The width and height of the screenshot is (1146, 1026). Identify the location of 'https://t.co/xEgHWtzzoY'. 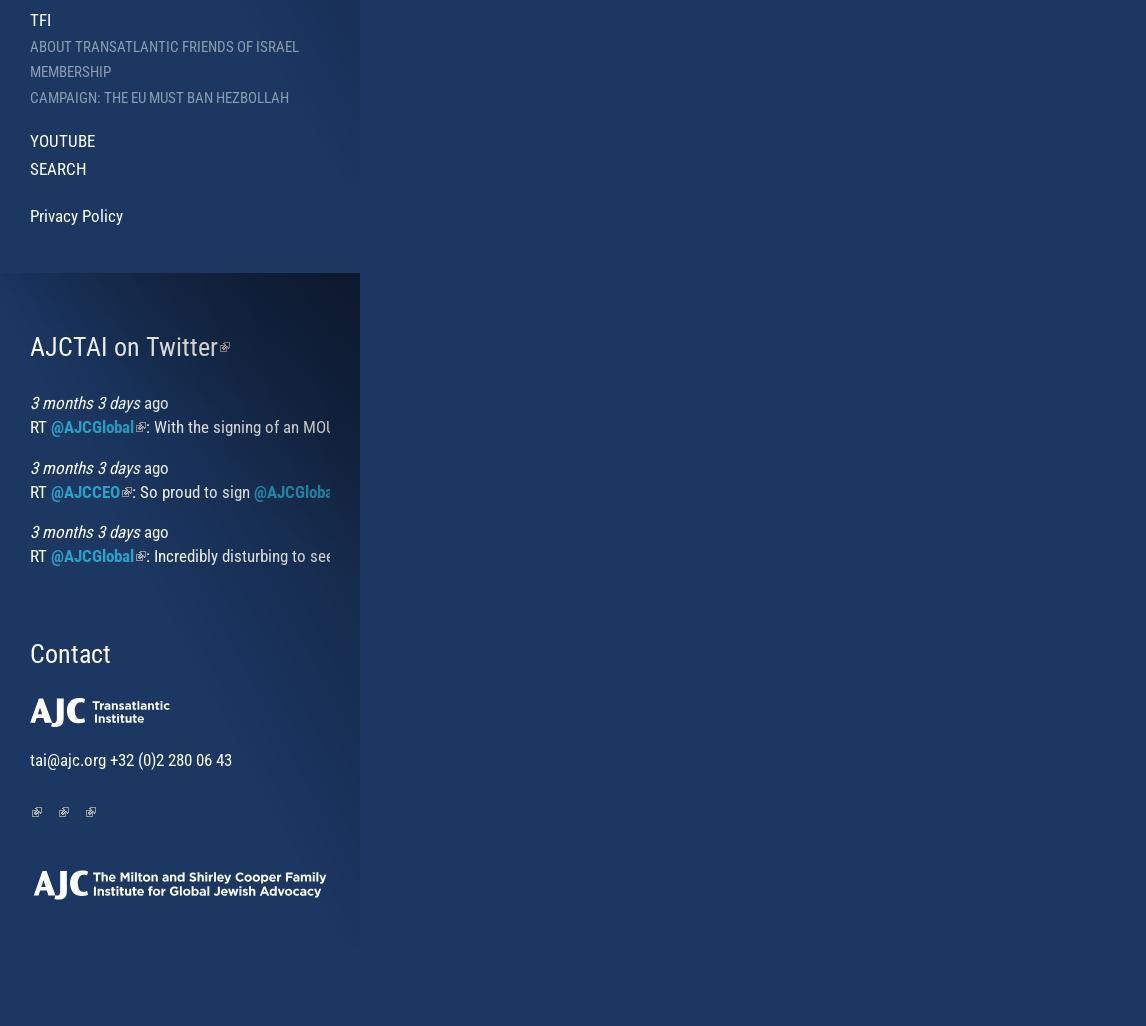
(1056, 490).